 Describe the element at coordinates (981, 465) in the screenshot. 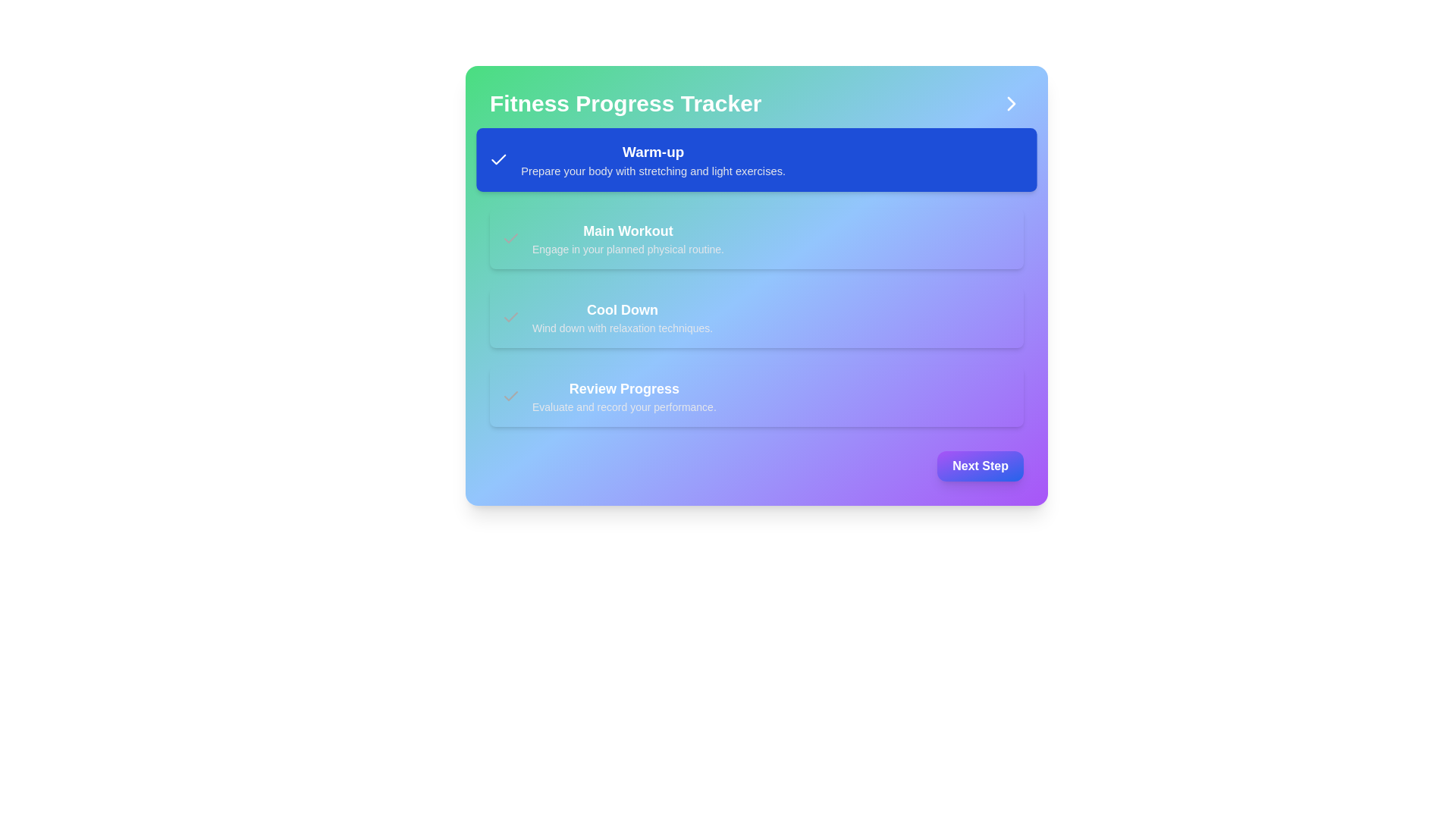

I see `the 'Next Step' button located at the bottom right corner of the card-like layout to proceed to the next phase of the application` at that location.